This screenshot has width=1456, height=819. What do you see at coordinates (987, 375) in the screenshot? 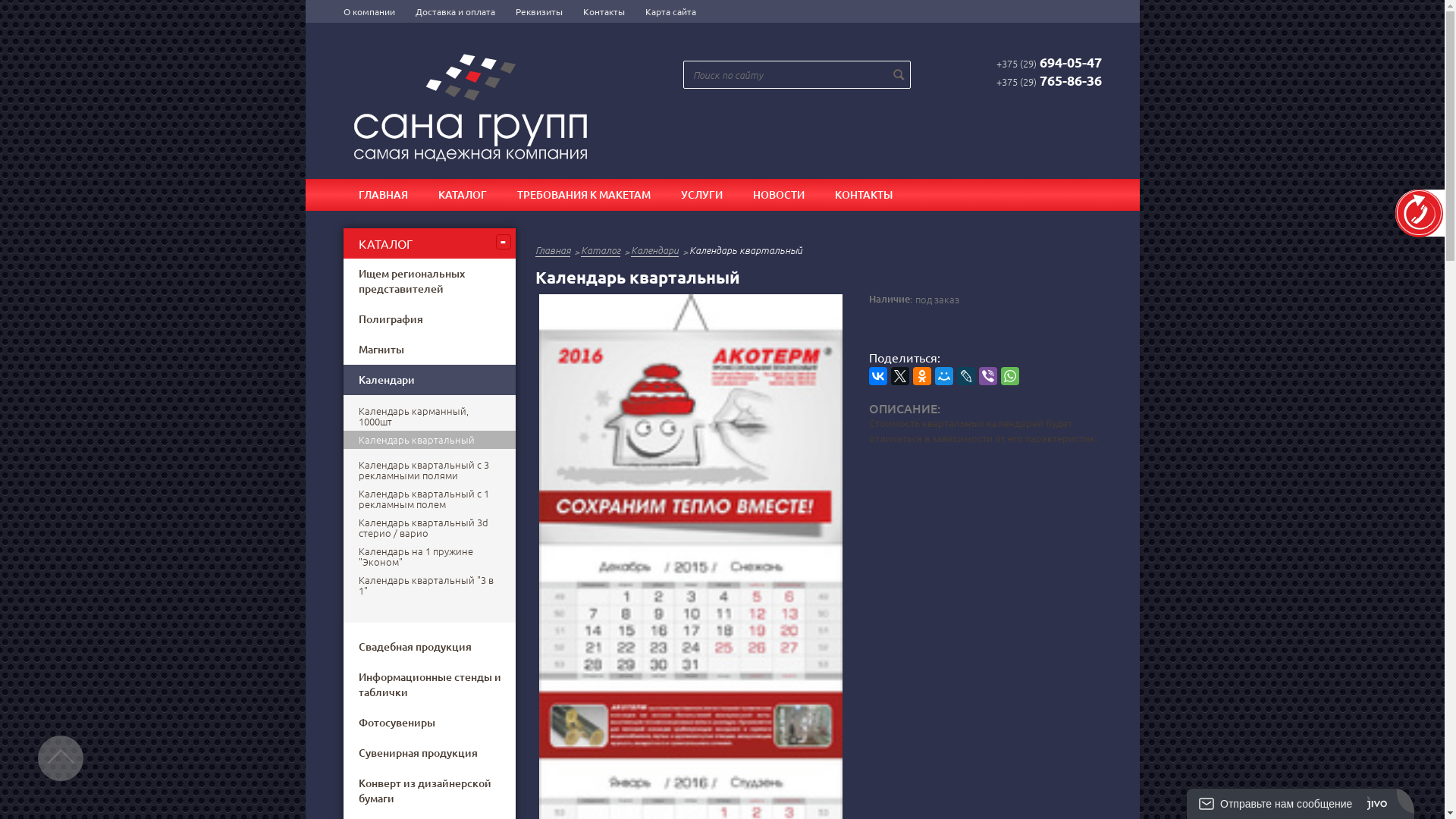
I see `'Viber'` at bounding box center [987, 375].